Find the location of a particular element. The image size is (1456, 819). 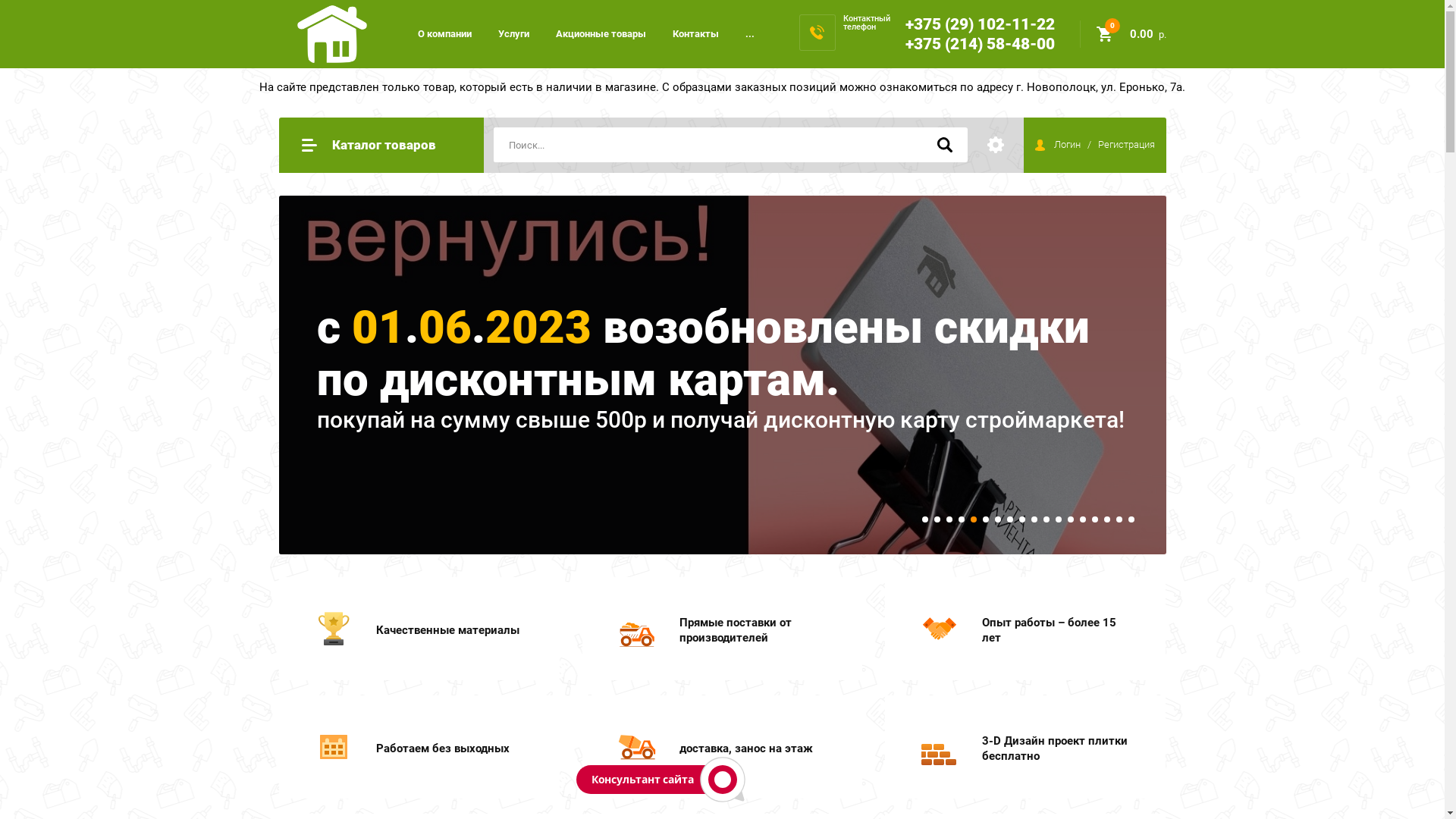

'7' is located at coordinates (997, 519).